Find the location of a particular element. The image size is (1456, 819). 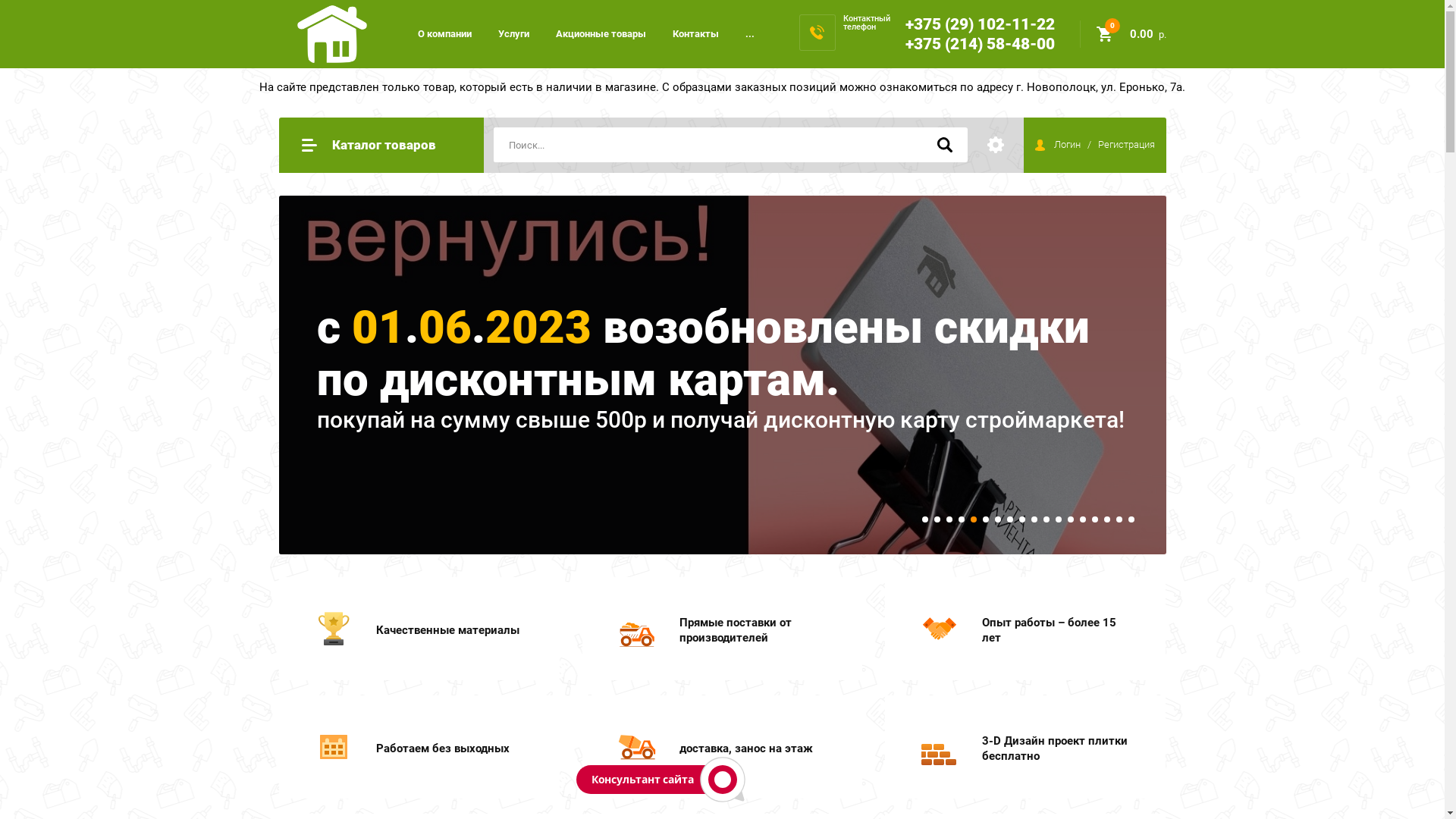

'7' is located at coordinates (997, 519).